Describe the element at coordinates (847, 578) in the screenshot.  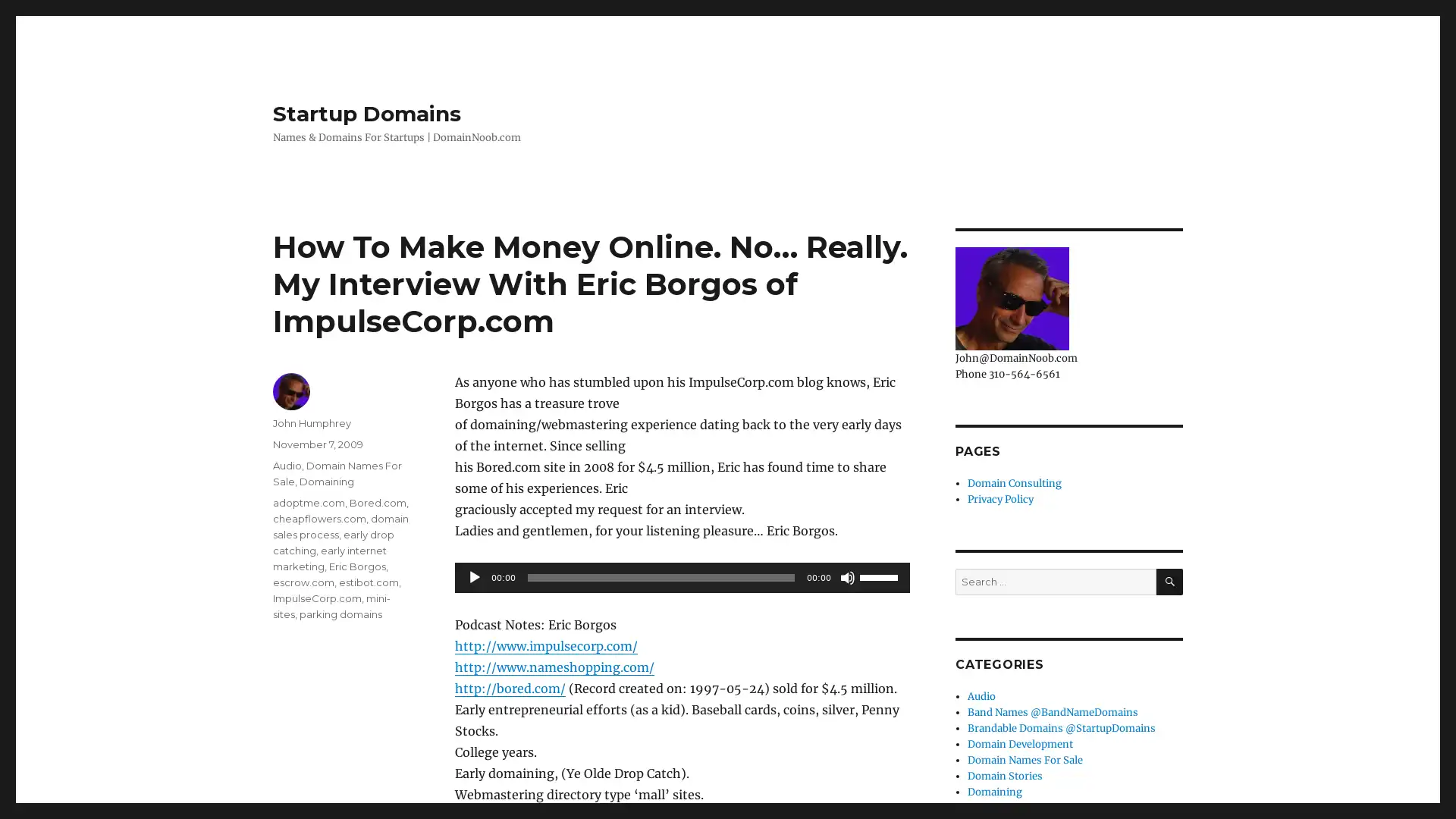
I see `Mute` at that location.